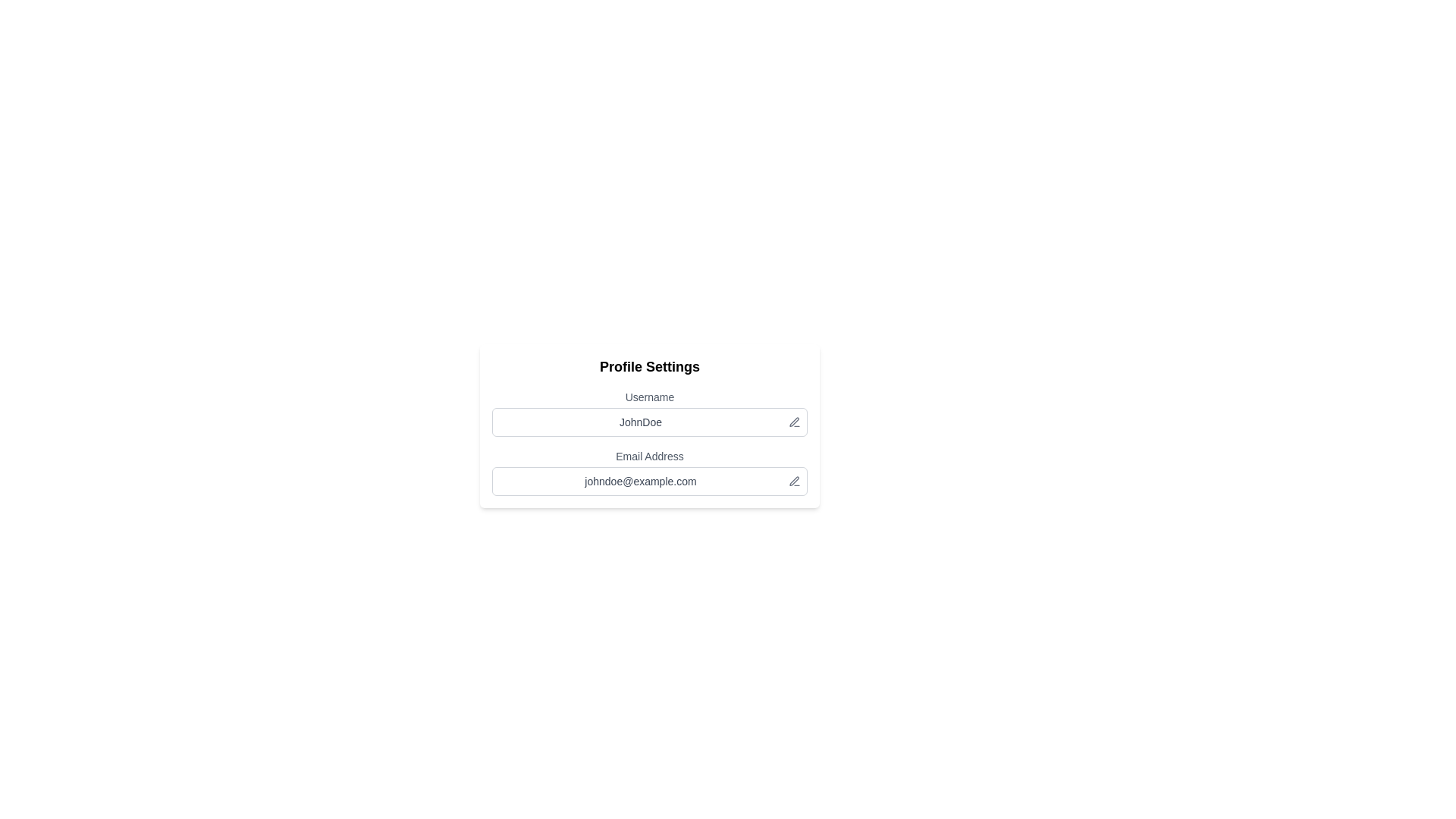  Describe the element at coordinates (650, 472) in the screenshot. I see `email information displayed in the Email Address field, which is labeled 'Email Address' and shows 'johndoe@example.com' in a bordered box with a pencil icon next to it` at that location.